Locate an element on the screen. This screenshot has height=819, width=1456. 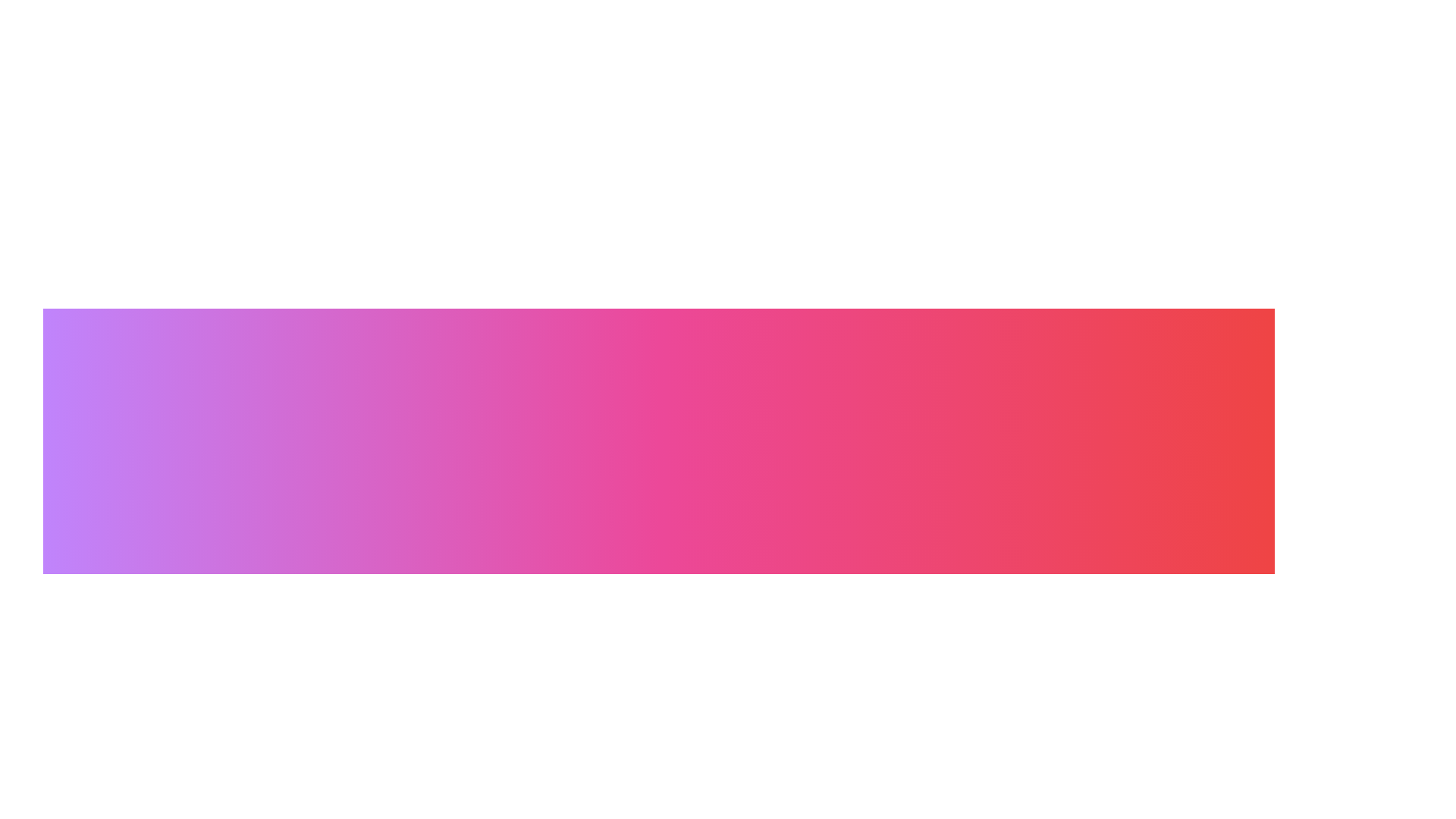
the SVG icon representing a clipboard with a checkmark, which is positioned to the left of the text 'New updates available' is located at coordinates (524, 759).